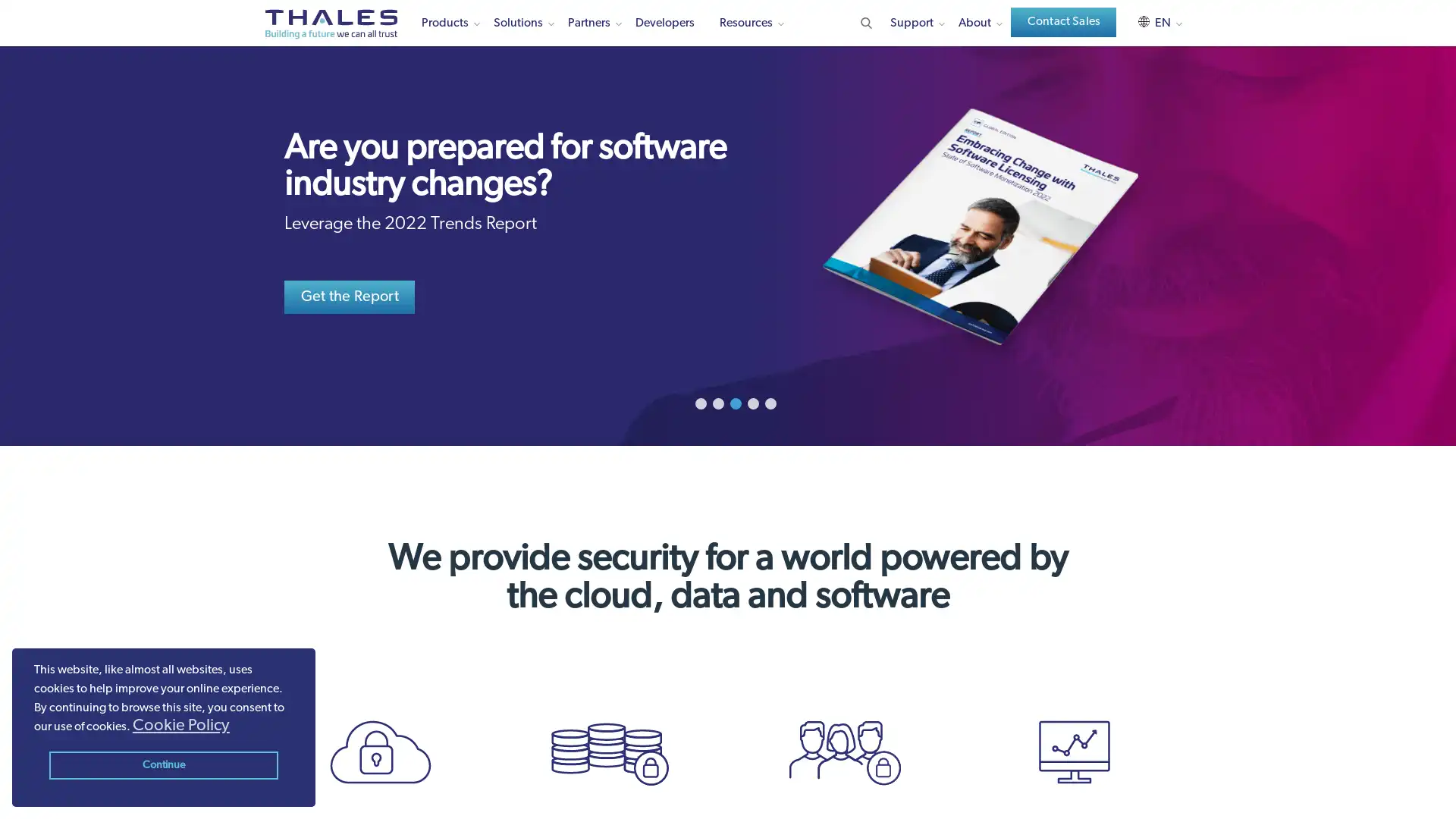 The image size is (1456, 819). What do you see at coordinates (163, 765) in the screenshot?
I see `dismiss cookie message` at bounding box center [163, 765].